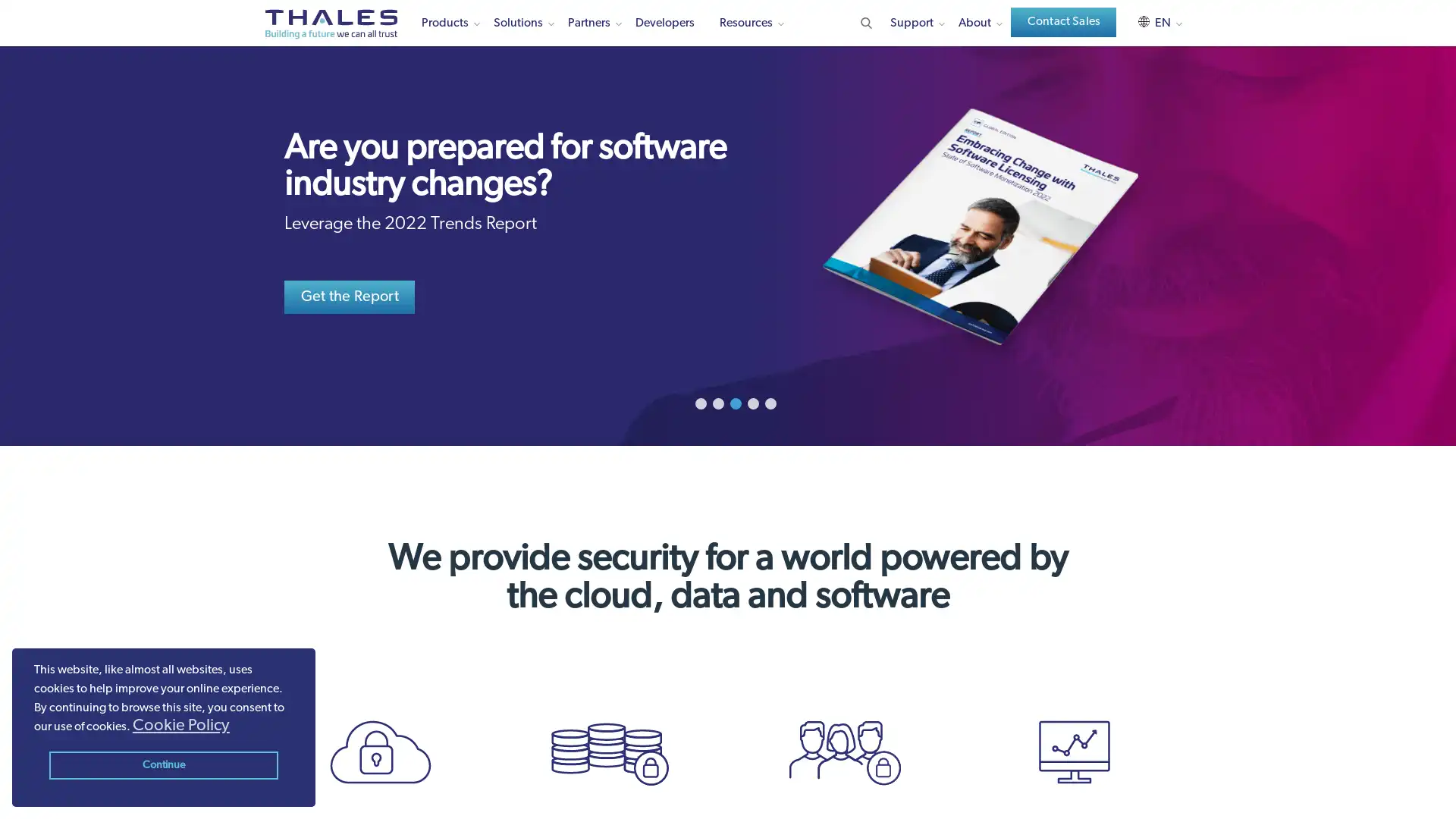 The image size is (1456, 819). What do you see at coordinates (163, 765) in the screenshot?
I see `dismiss cookie message` at bounding box center [163, 765].